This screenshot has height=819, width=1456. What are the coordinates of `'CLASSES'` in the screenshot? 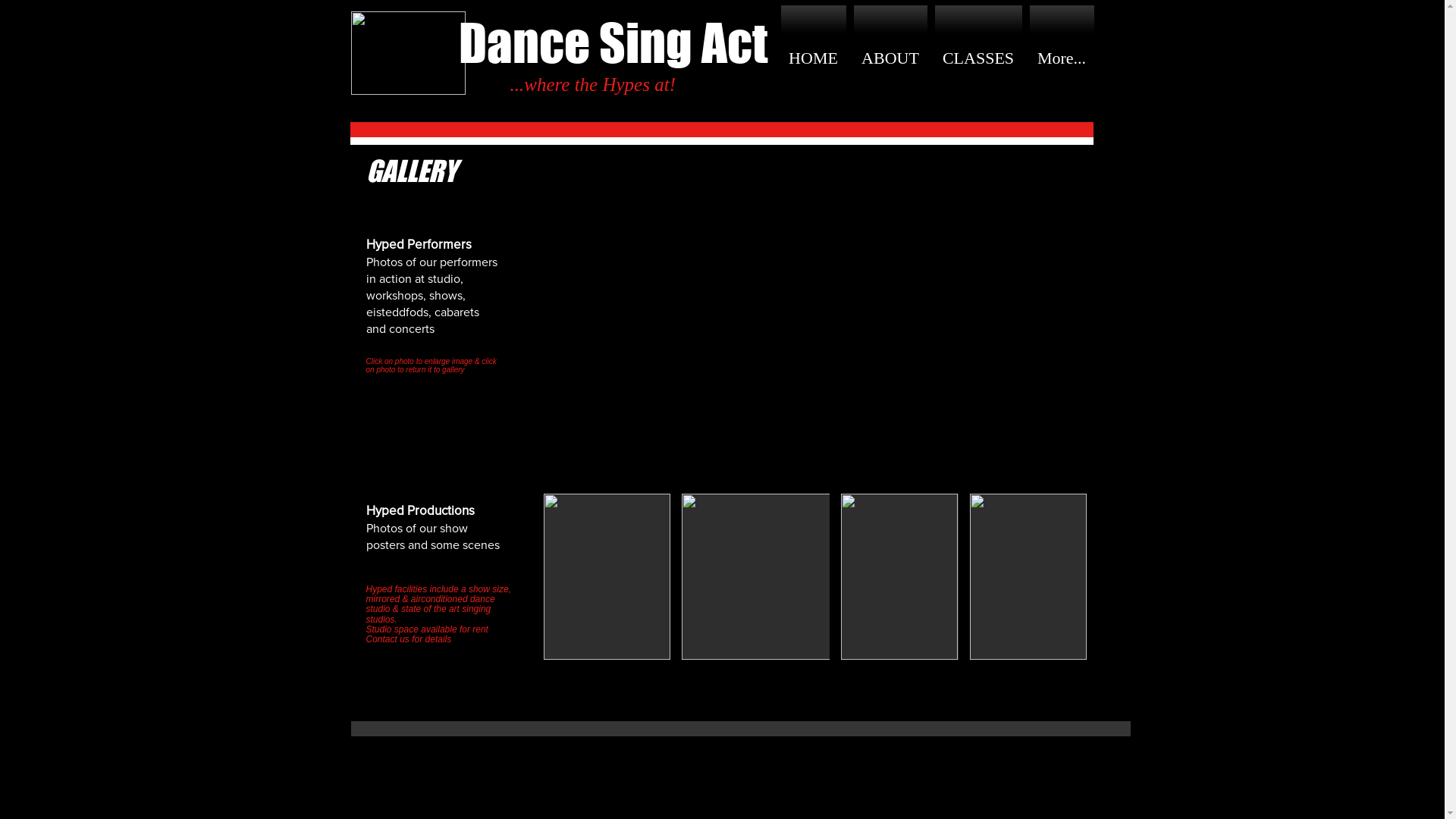 It's located at (930, 58).